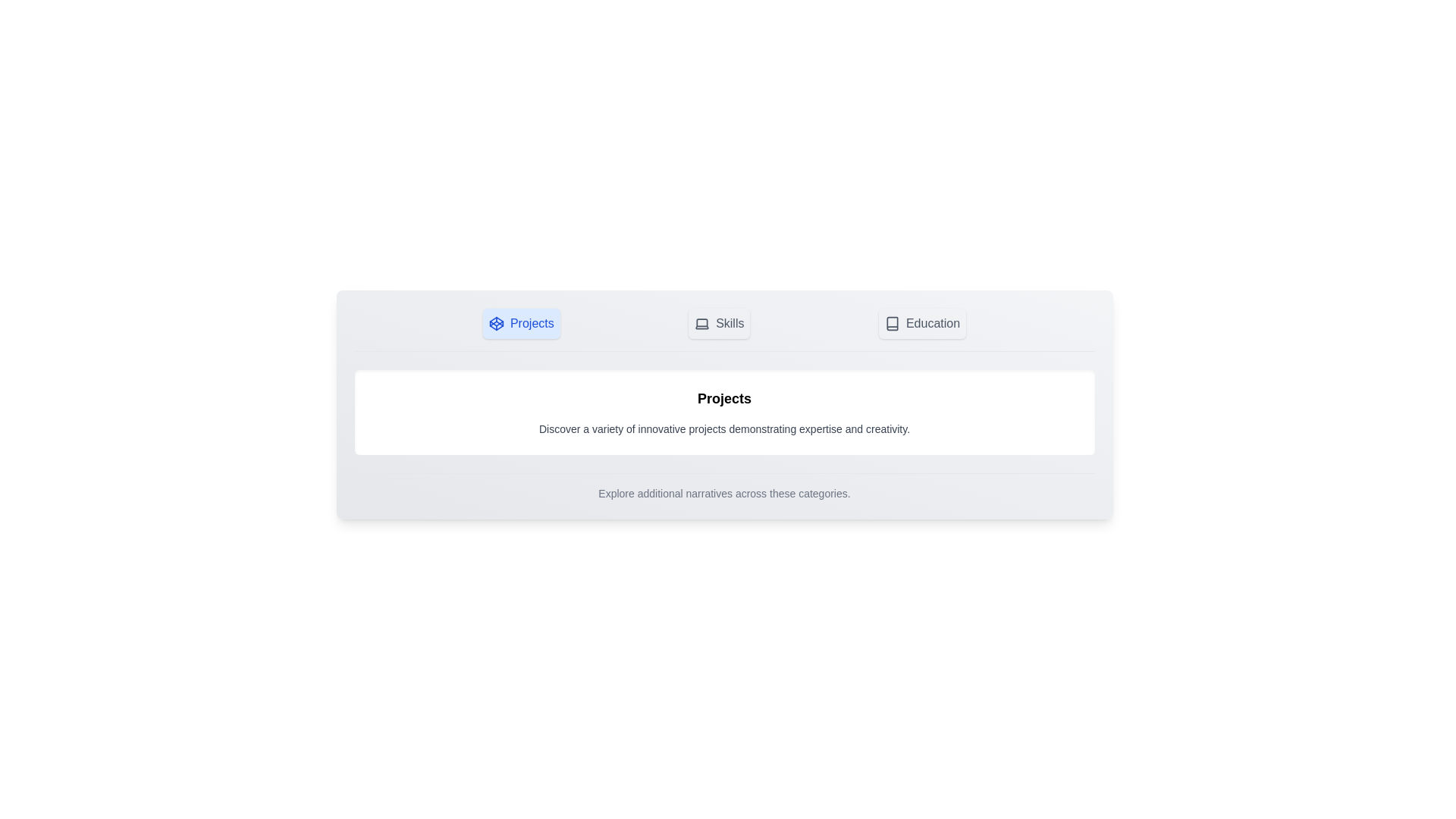 Image resolution: width=1456 pixels, height=819 pixels. What do you see at coordinates (921, 323) in the screenshot?
I see `the 'Education' button, which is the third item in a horizontal row of buttons labeled 'Projects,' 'Skills,' and 'Education,'` at bounding box center [921, 323].